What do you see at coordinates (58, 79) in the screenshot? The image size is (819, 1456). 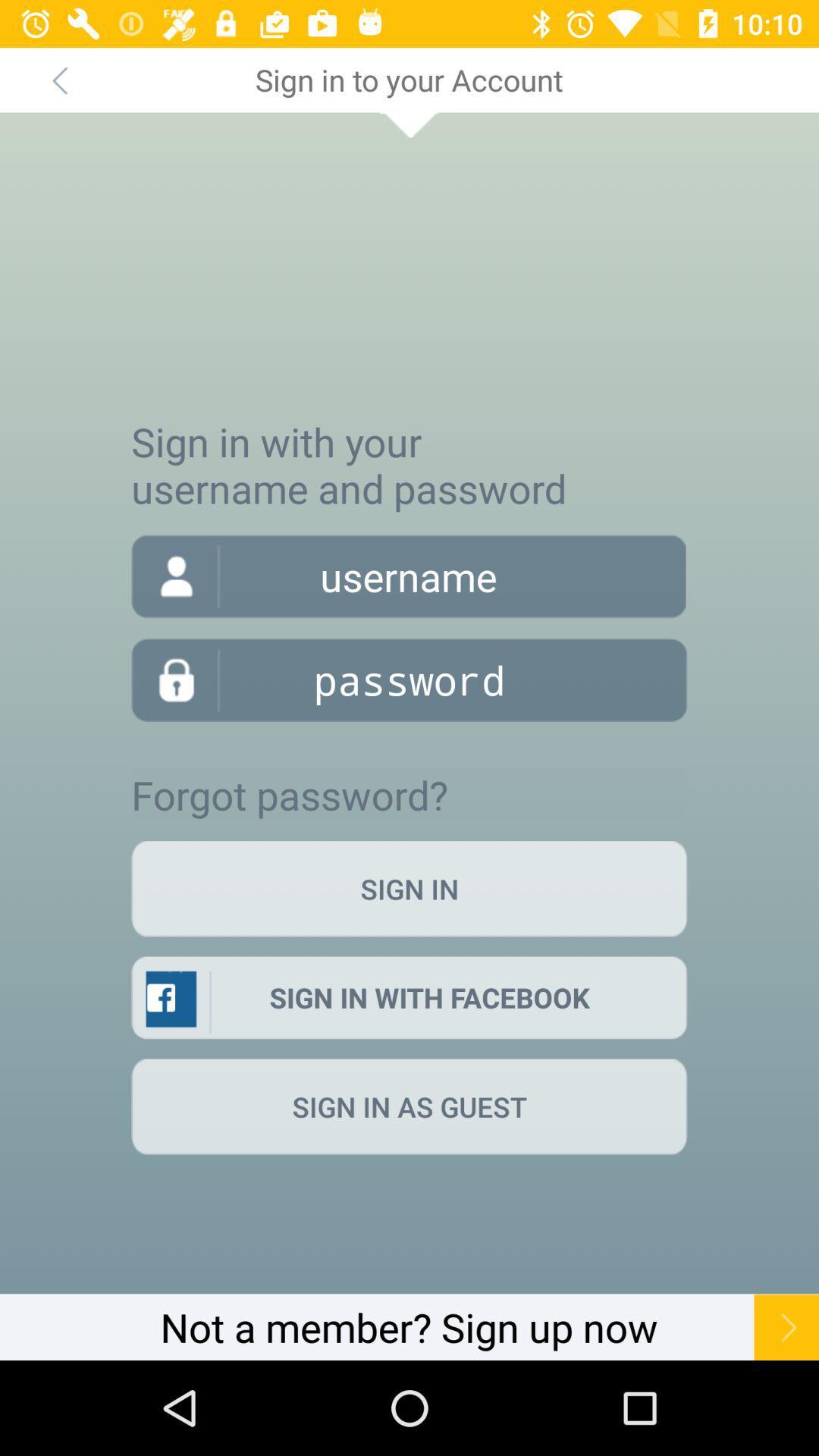 I see `the arrow_backward icon` at bounding box center [58, 79].